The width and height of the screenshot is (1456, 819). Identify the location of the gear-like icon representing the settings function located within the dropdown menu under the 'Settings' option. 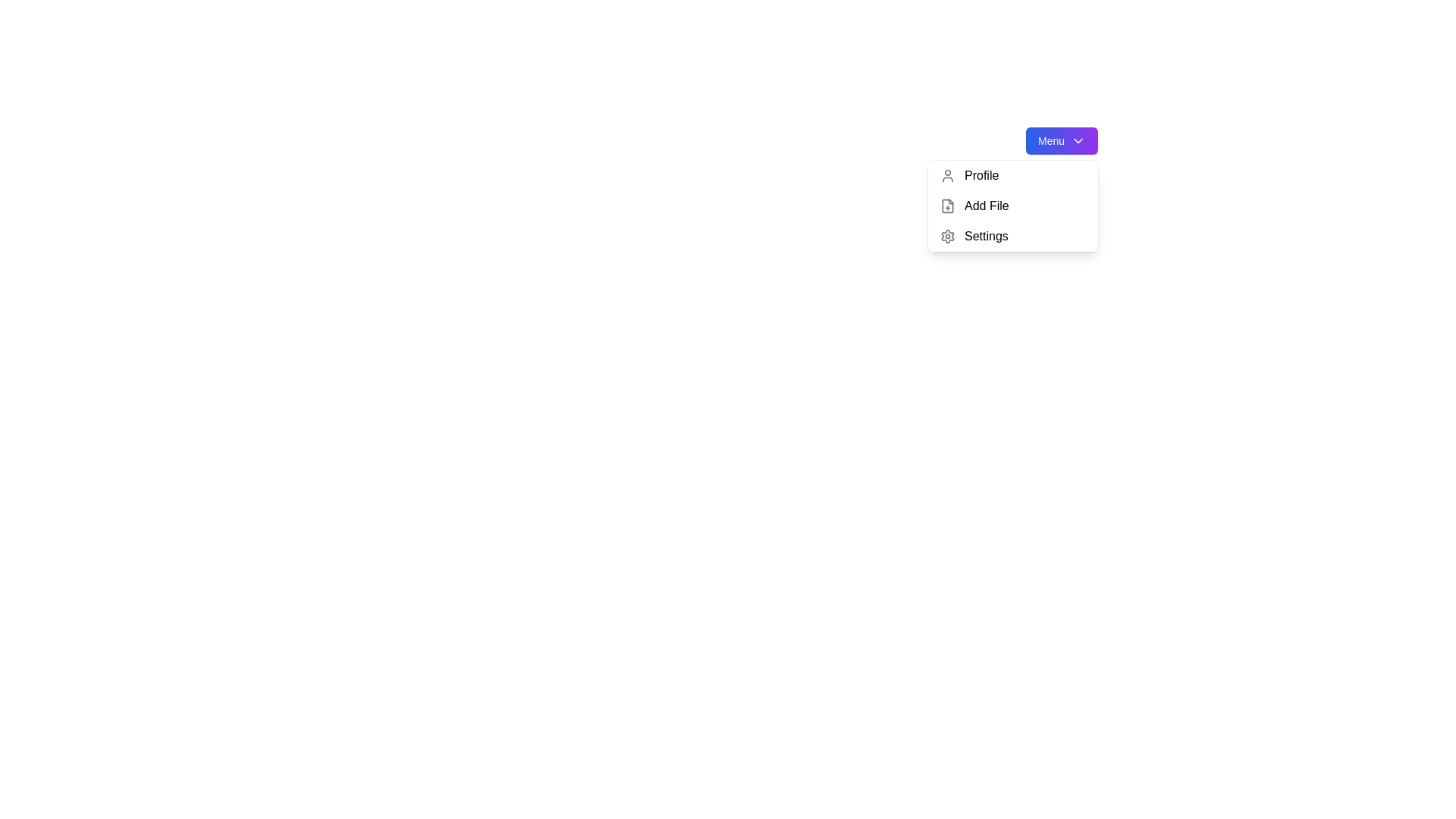
(946, 237).